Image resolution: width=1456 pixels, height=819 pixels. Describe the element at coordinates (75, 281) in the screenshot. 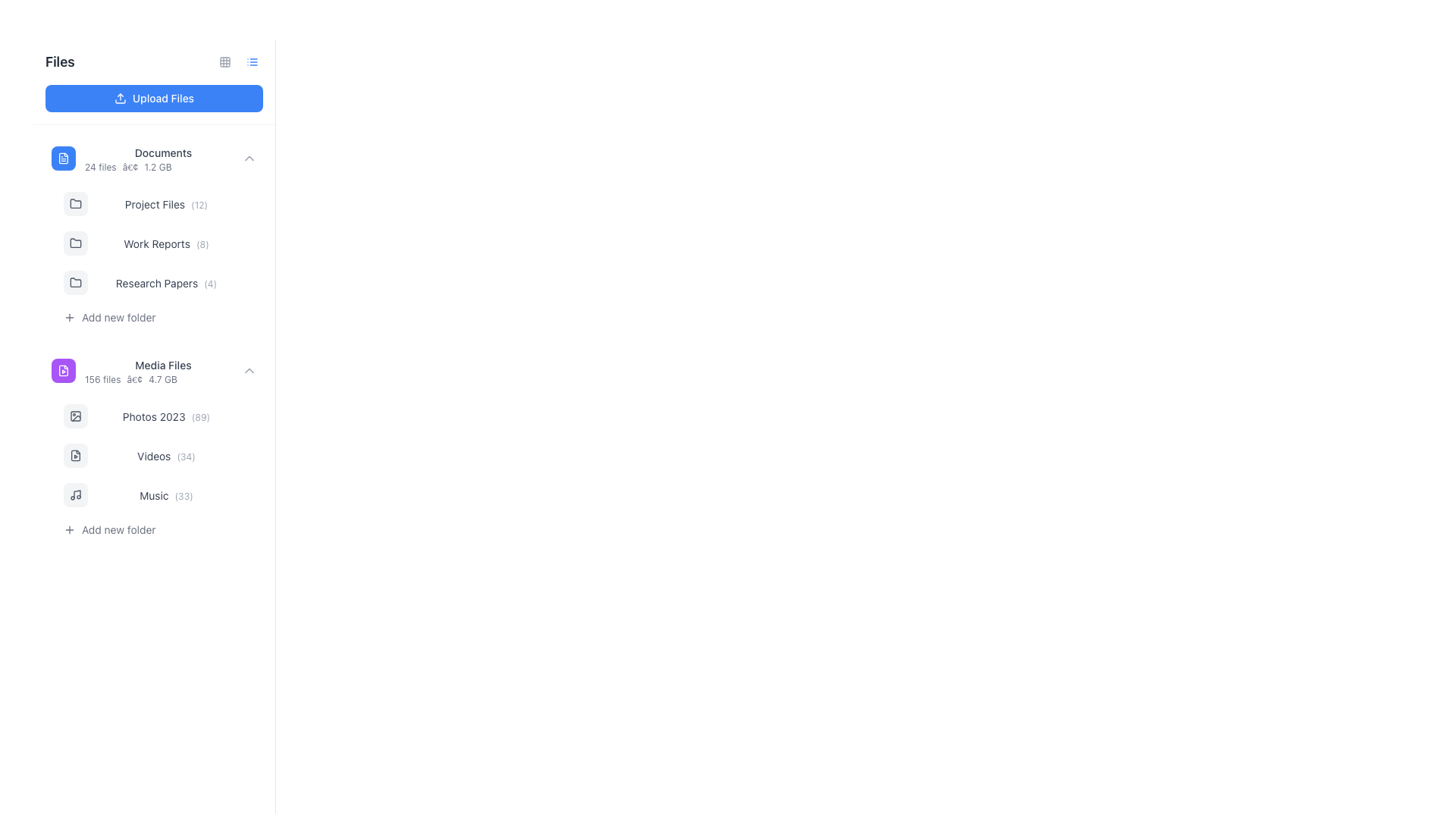

I see `the folder icon associated with the 'Research Papers (4)' entry in the 'Documents' section of the sidebar list for visual understanding` at that location.